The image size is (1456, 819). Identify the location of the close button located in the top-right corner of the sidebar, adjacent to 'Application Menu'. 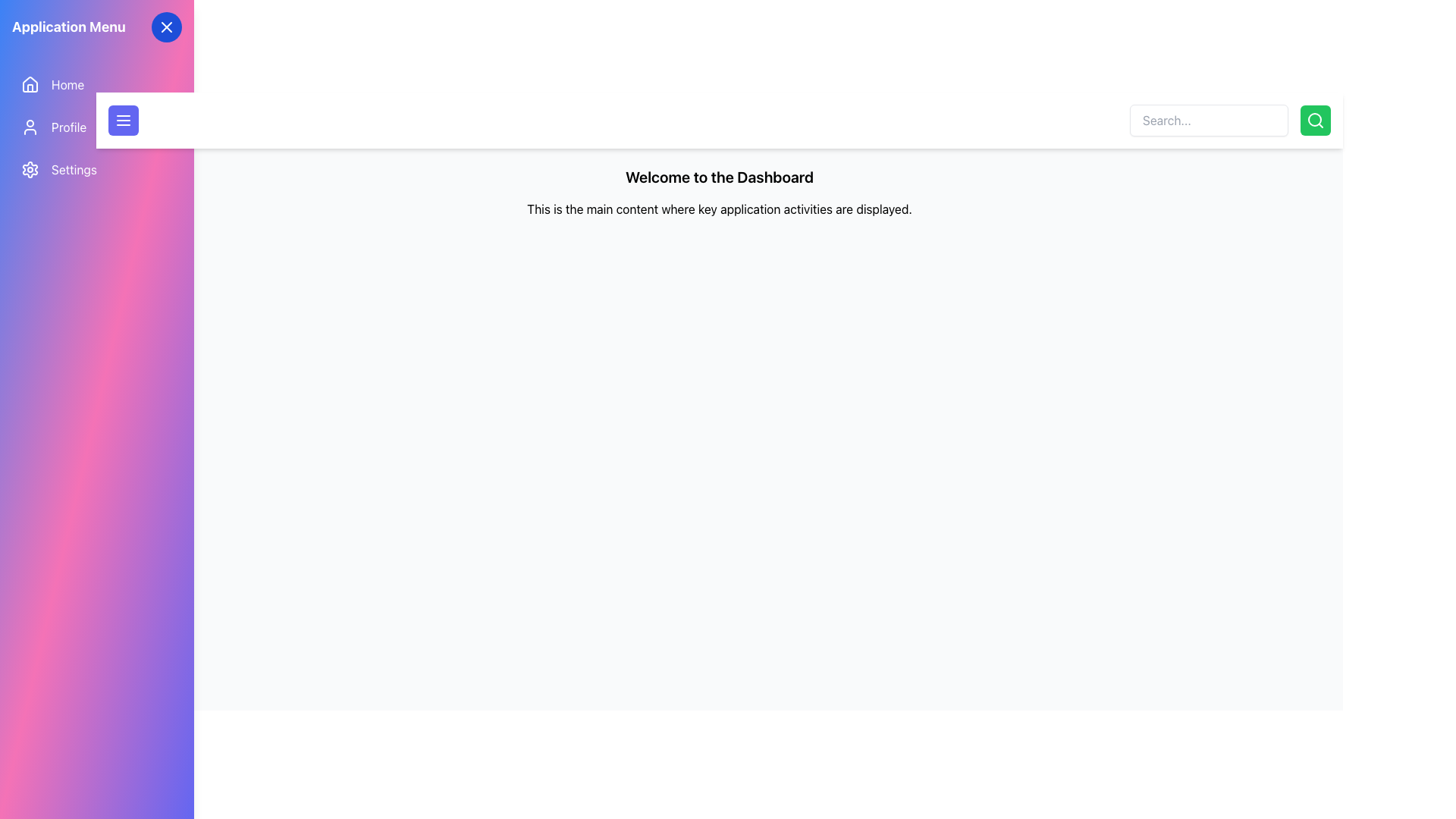
(167, 27).